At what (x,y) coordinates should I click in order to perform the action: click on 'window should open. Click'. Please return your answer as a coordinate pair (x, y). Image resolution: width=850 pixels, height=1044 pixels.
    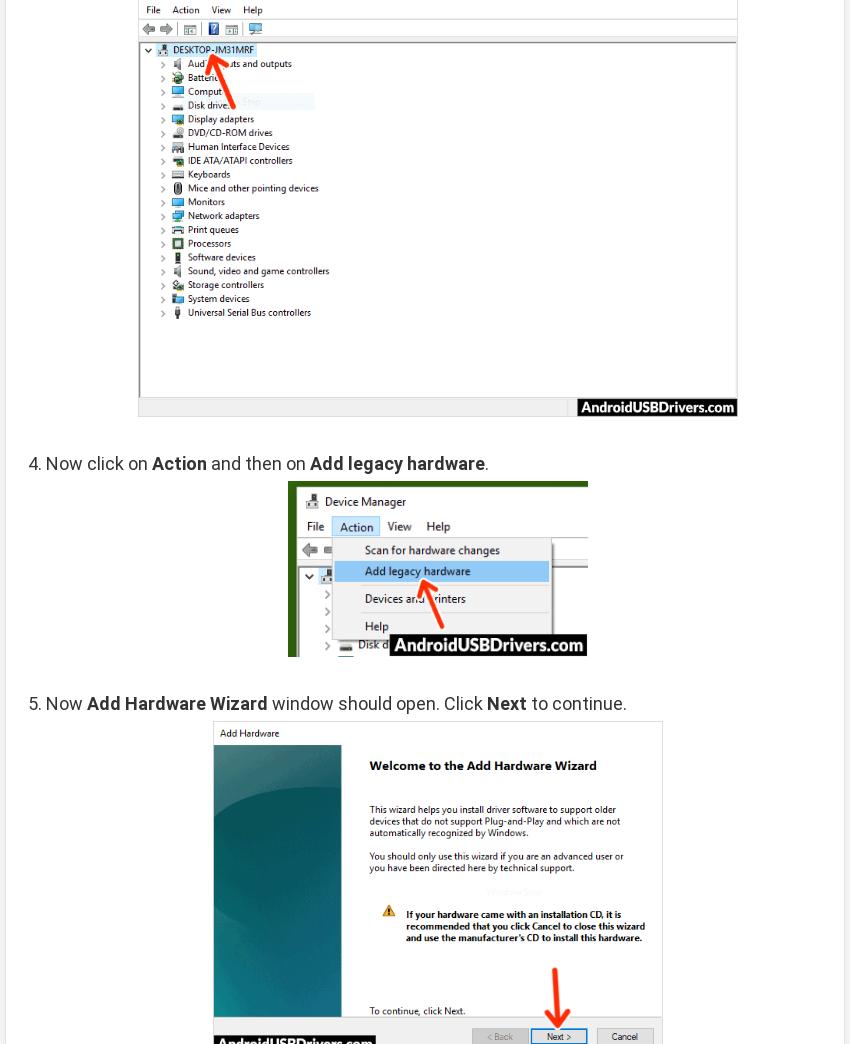
    Looking at the image, I should click on (376, 701).